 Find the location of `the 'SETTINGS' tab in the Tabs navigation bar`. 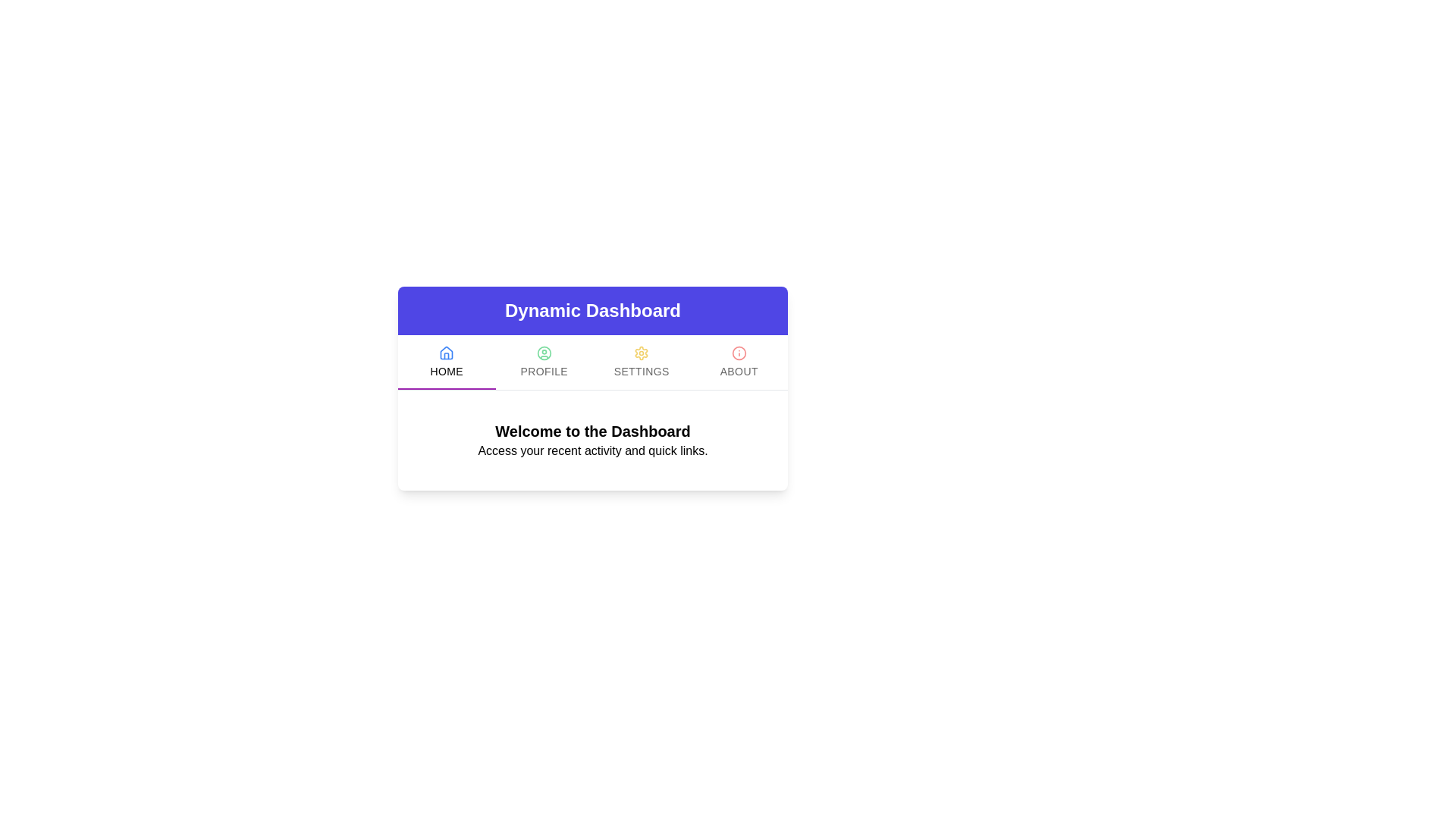

the 'SETTINGS' tab in the Tabs navigation bar is located at coordinates (592, 362).